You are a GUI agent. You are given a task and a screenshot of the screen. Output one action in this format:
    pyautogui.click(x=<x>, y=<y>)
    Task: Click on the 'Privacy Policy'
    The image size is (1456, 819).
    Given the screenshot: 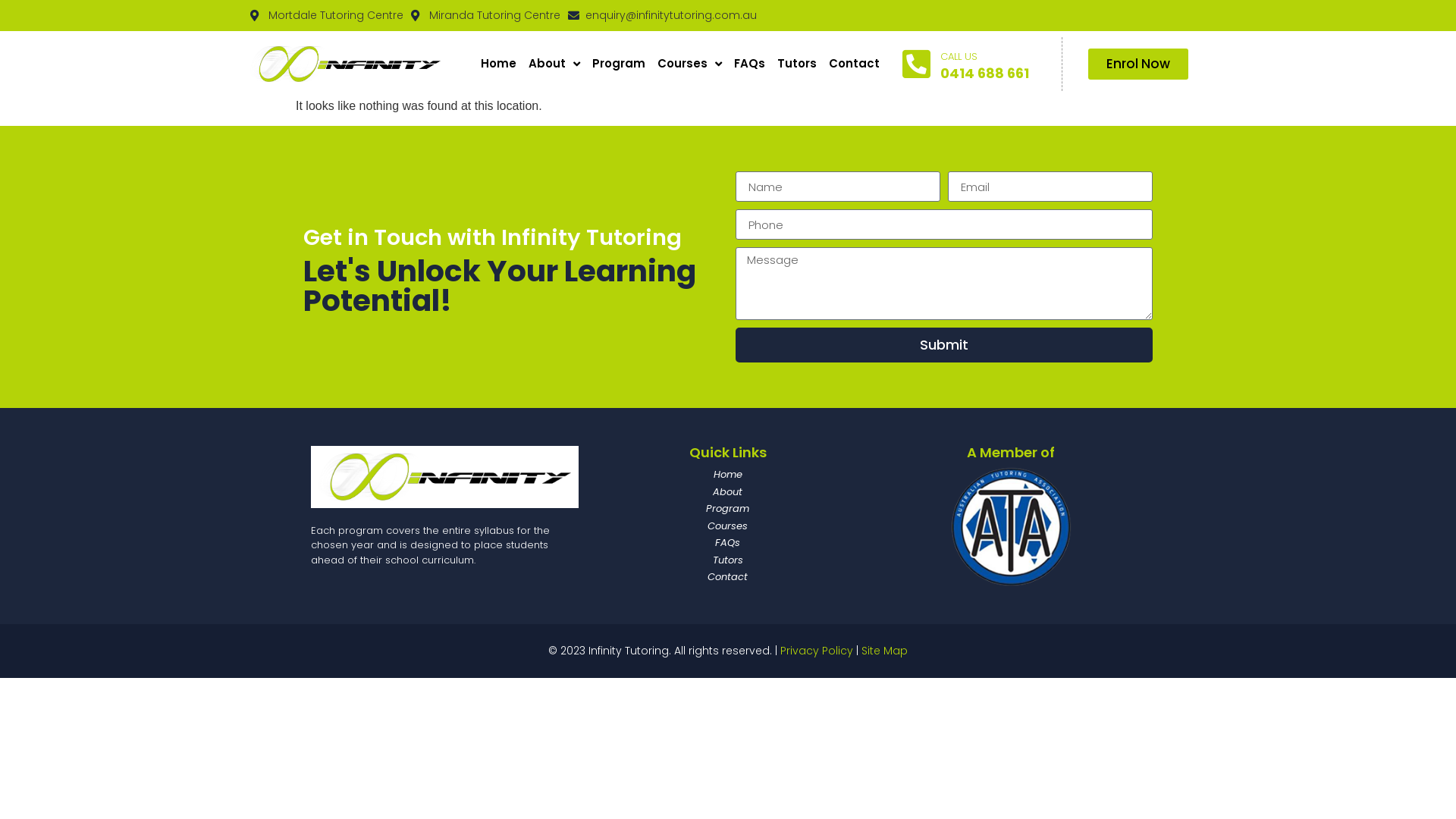 What is the action you would take?
    pyautogui.click(x=815, y=649)
    